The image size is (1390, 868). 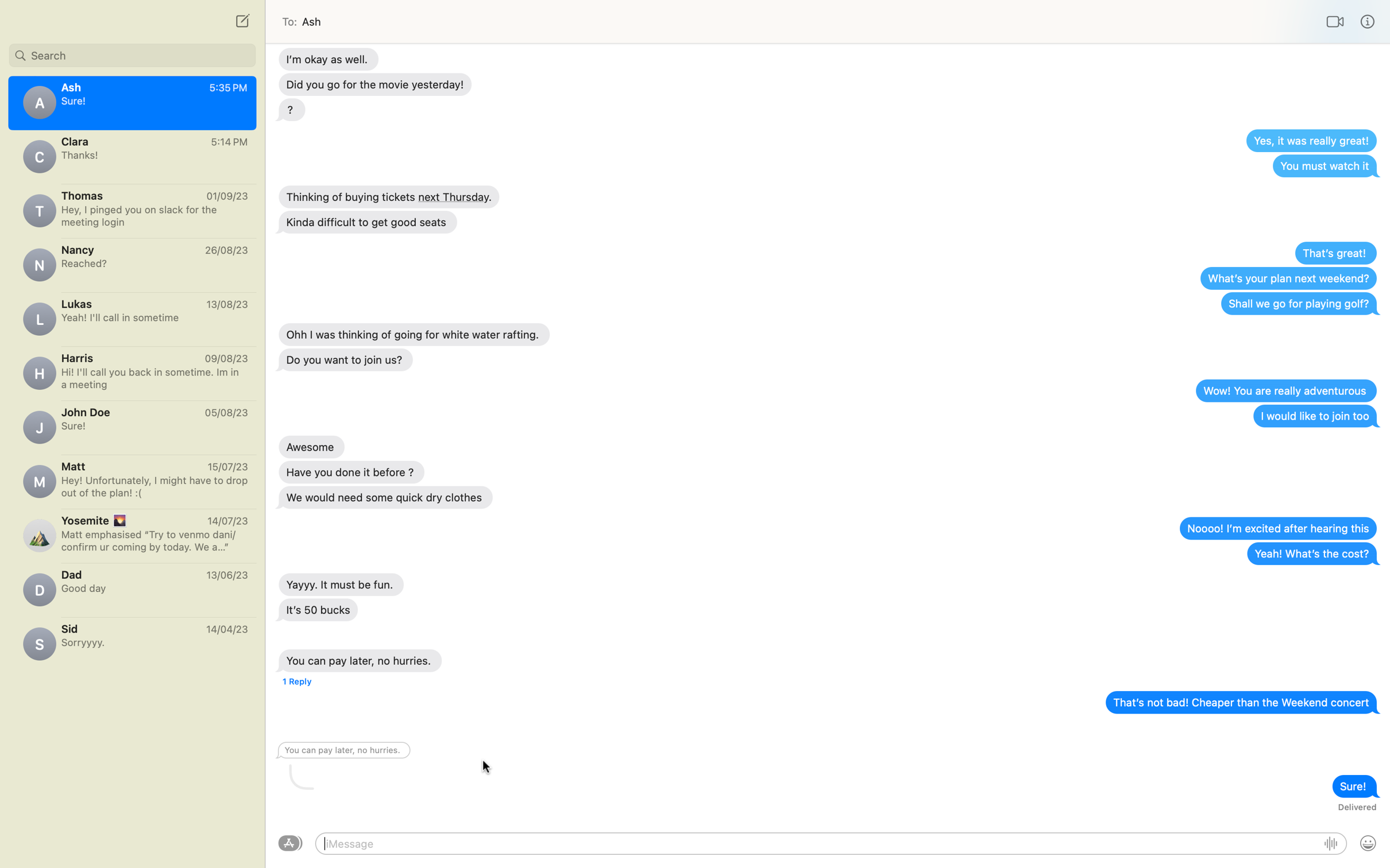 What do you see at coordinates (132, 316) in the screenshot?
I see `Send message to Lucas saying "How was your weekend` at bounding box center [132, 316].